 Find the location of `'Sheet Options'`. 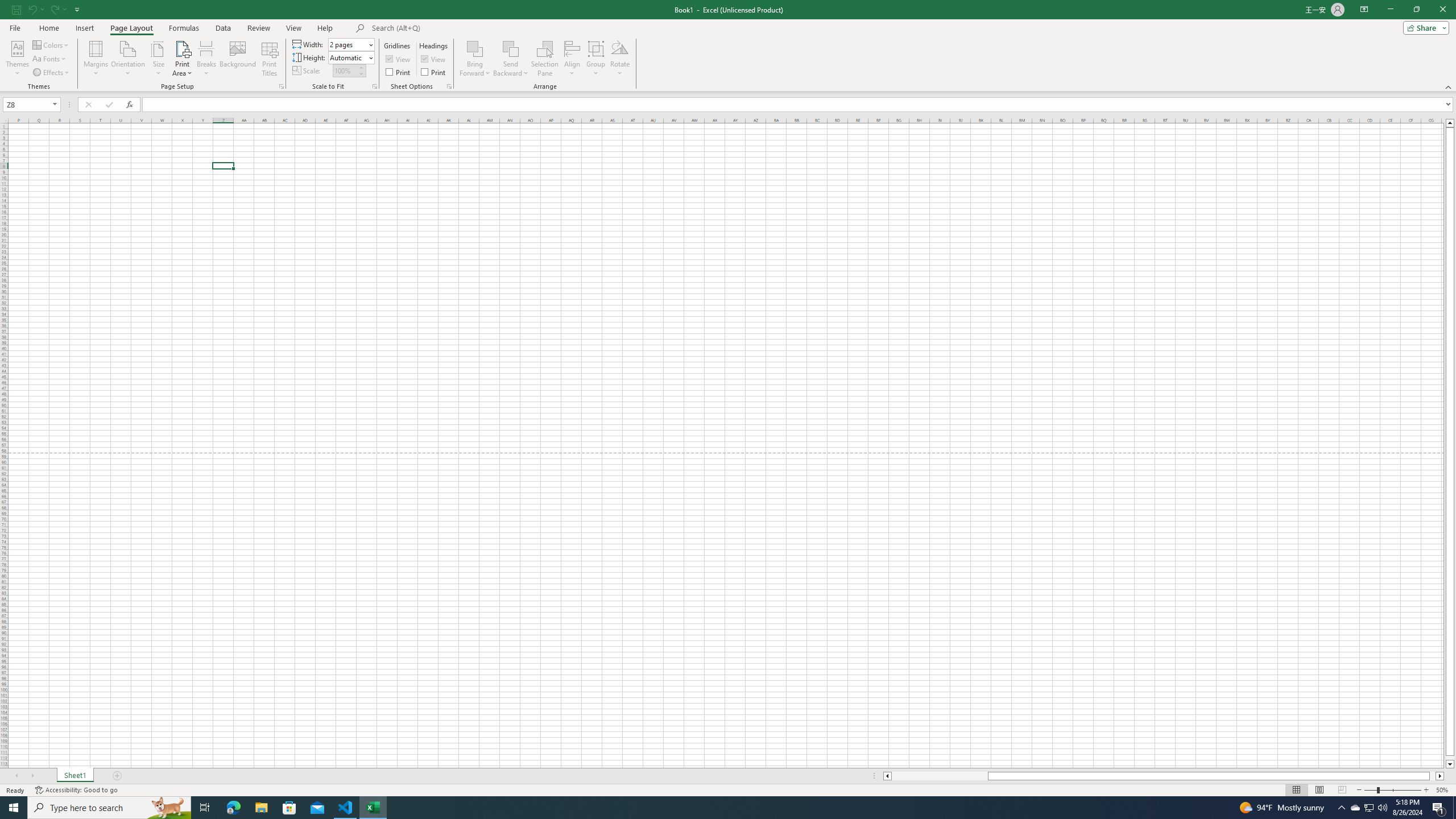

'Sheet Options' is located at coordinates (448, 85).